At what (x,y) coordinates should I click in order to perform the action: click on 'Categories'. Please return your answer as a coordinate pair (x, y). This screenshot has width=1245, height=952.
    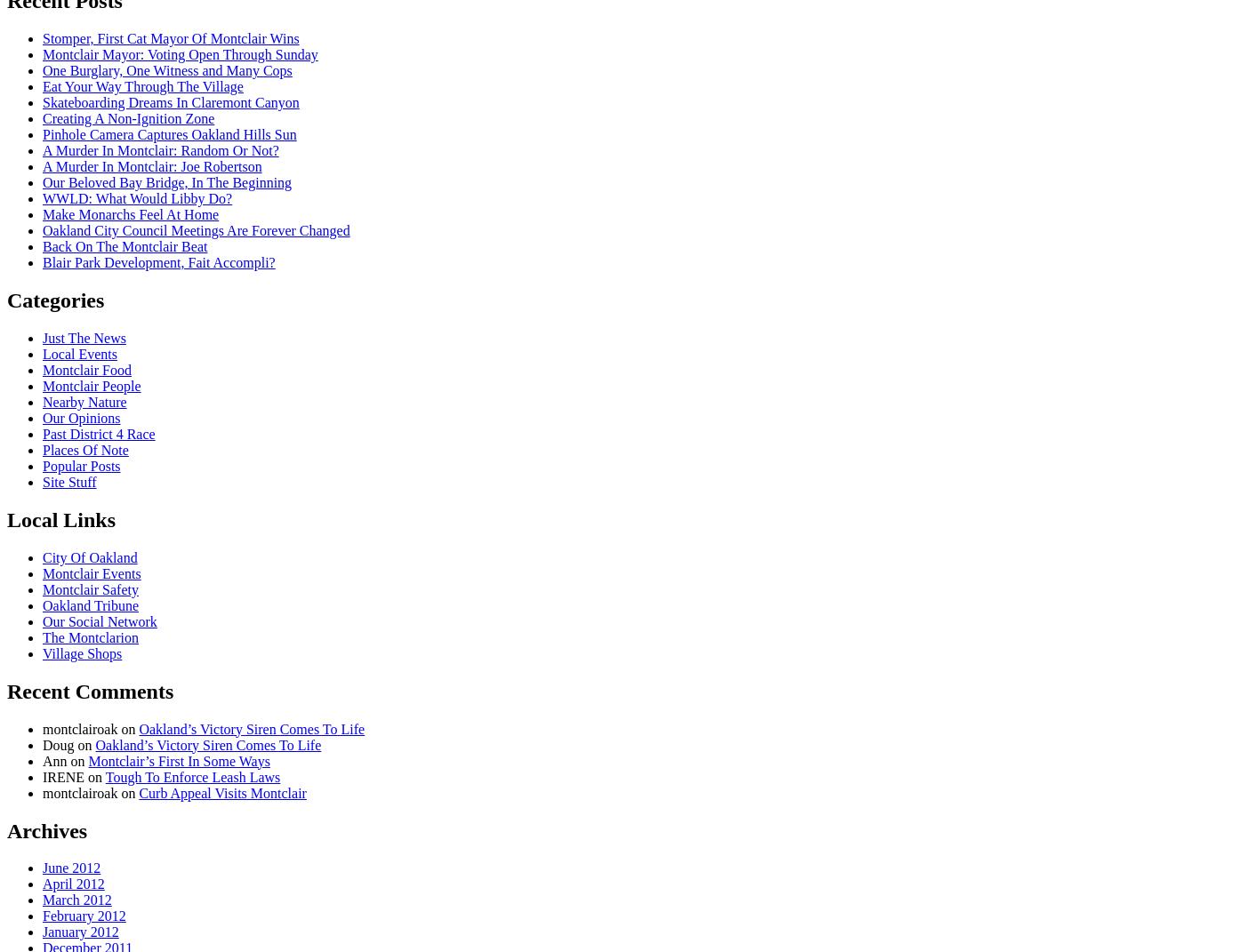
    Looking at the image, I should click on (54, 300).